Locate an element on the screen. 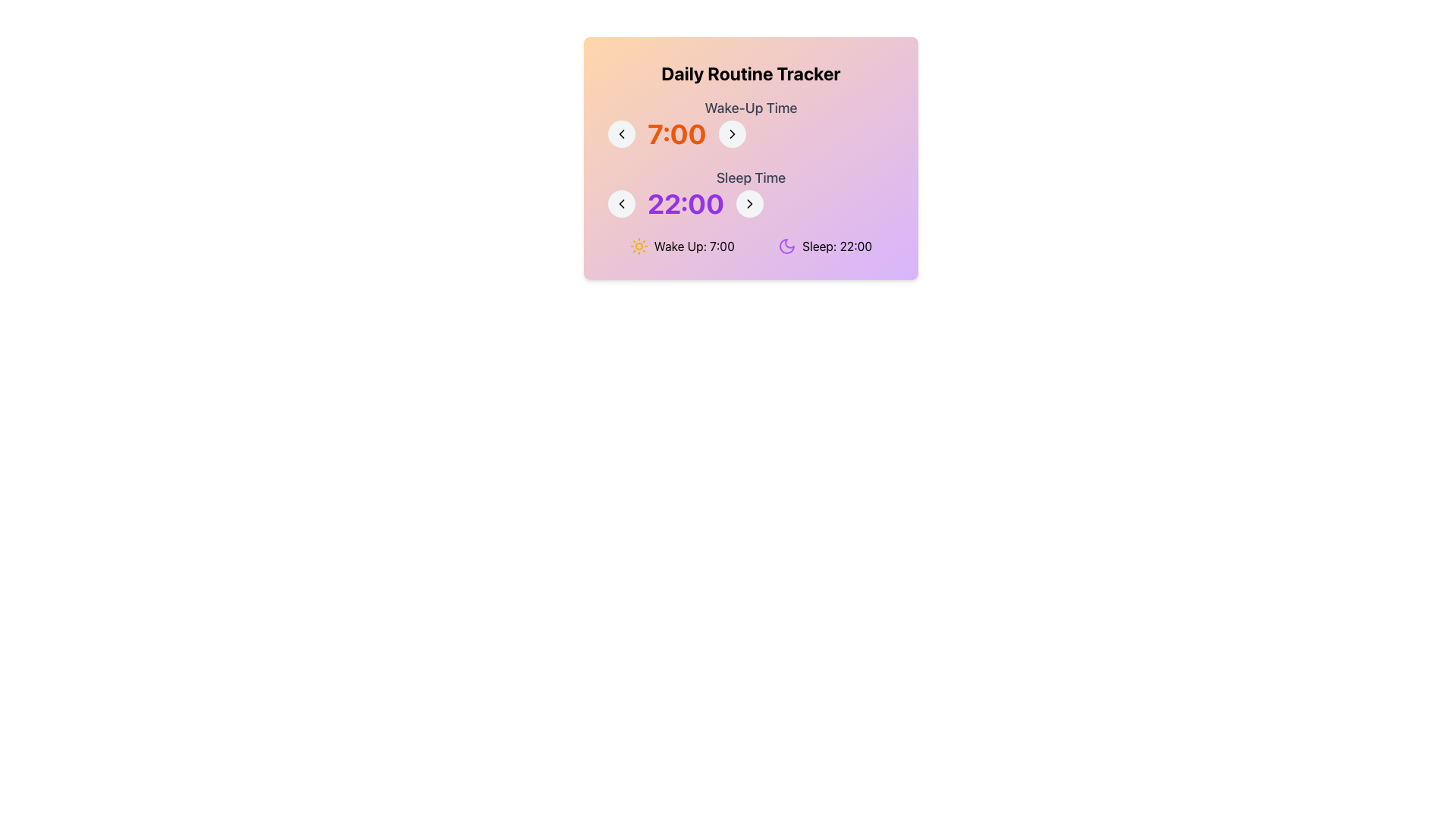  the icon button located in the top portion of the card interface, directly to the left of the text displaying '7:00', to decrease the wake-up time is located at coordinates (622, 133).